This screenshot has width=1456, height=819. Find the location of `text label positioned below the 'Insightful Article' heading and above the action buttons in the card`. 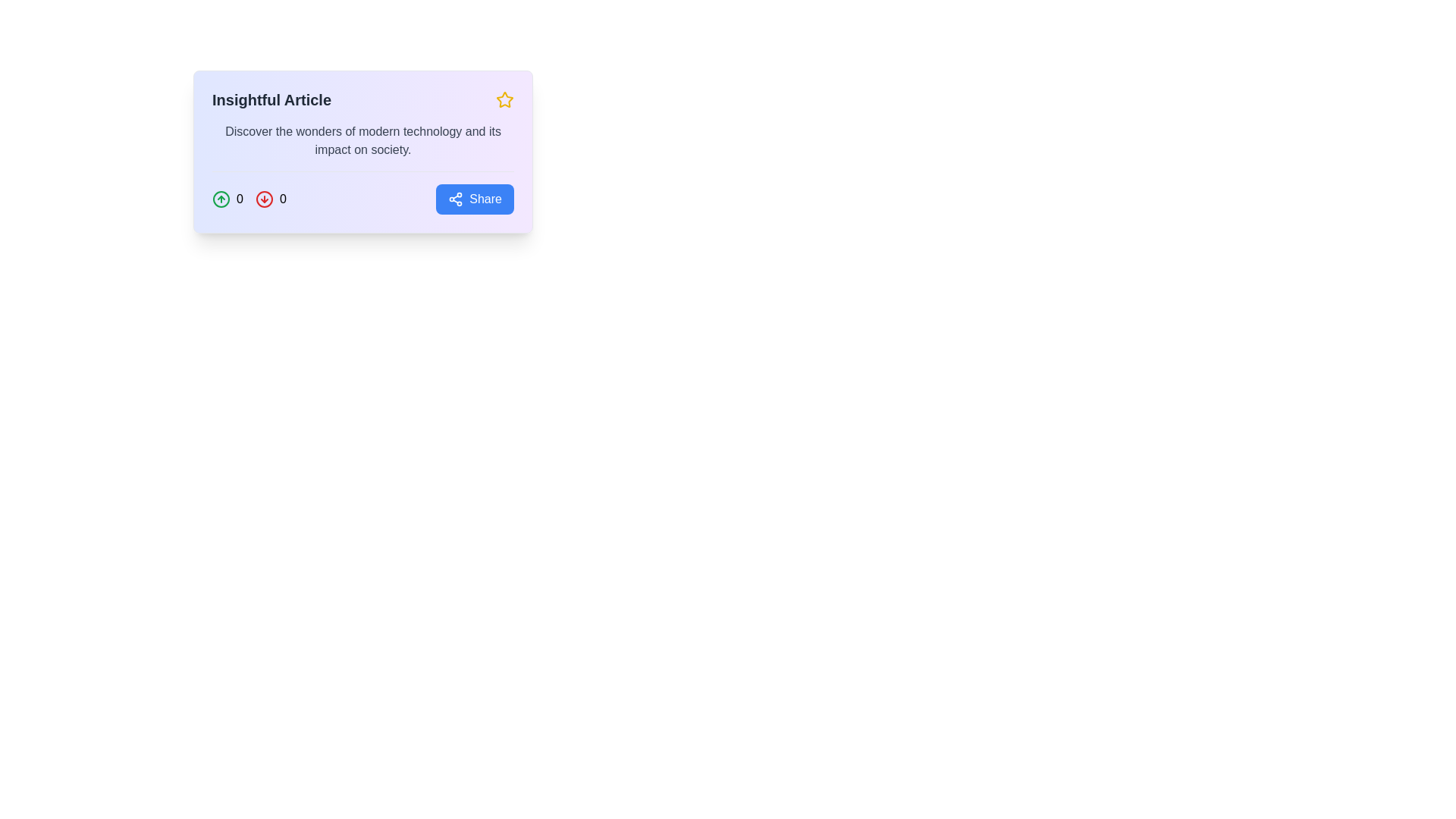

text label positioned below the 'Insightful Article' heading and above the action buttons in the card is located at coordinates (362, 140).